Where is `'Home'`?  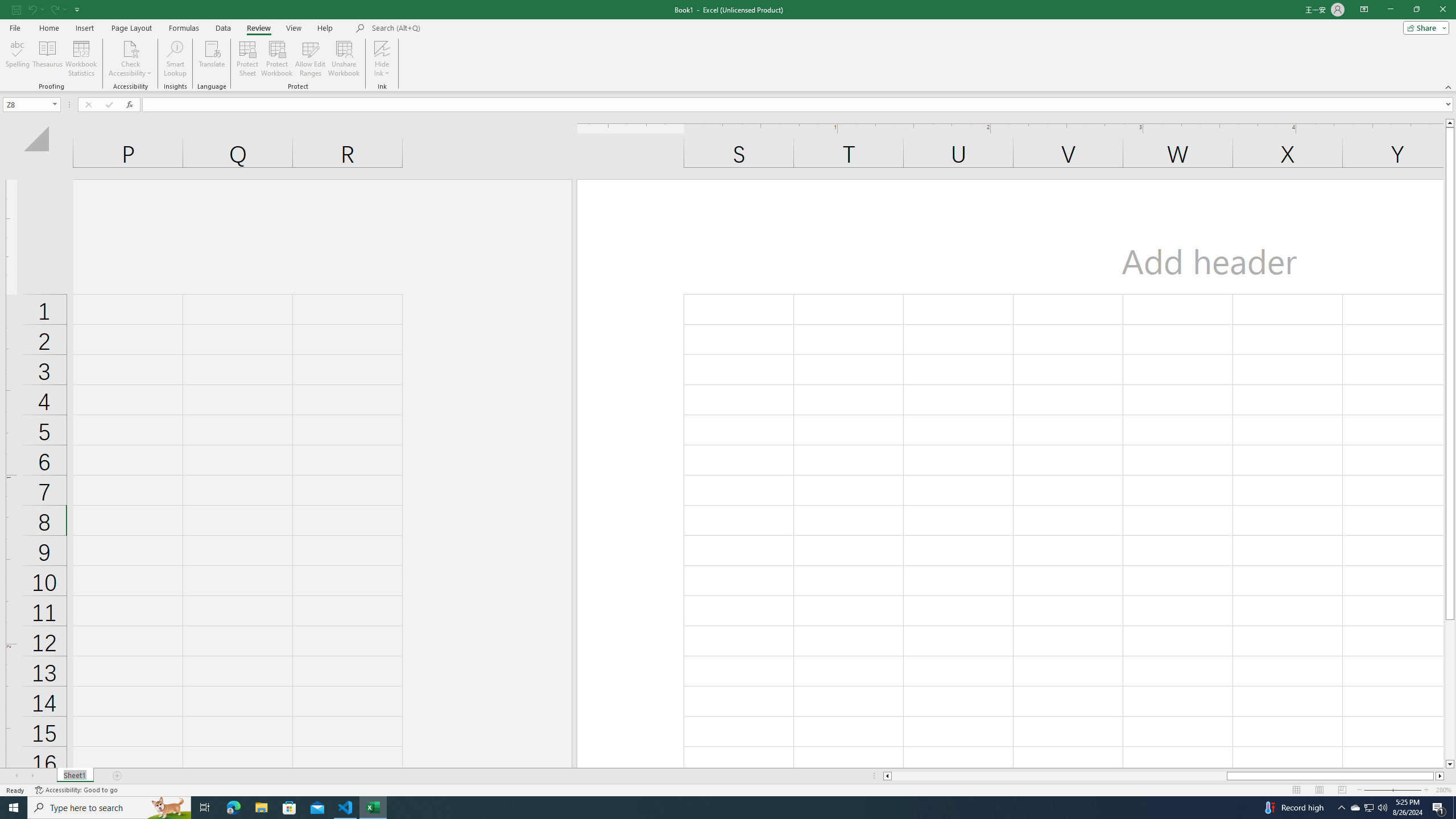
'Home' is located at coordinates (48, 28).